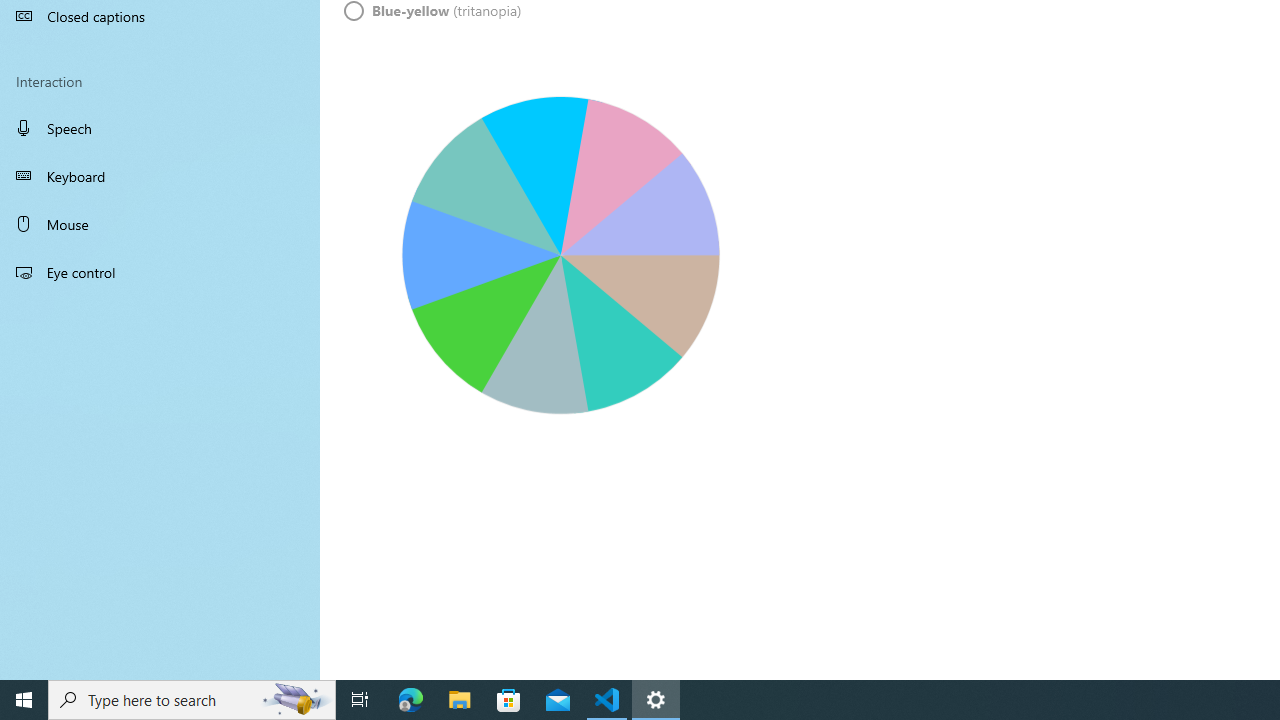 This screenshot has height=720, width=1280. I want to click on 'Settings - 1 running window', so click(656, 698).